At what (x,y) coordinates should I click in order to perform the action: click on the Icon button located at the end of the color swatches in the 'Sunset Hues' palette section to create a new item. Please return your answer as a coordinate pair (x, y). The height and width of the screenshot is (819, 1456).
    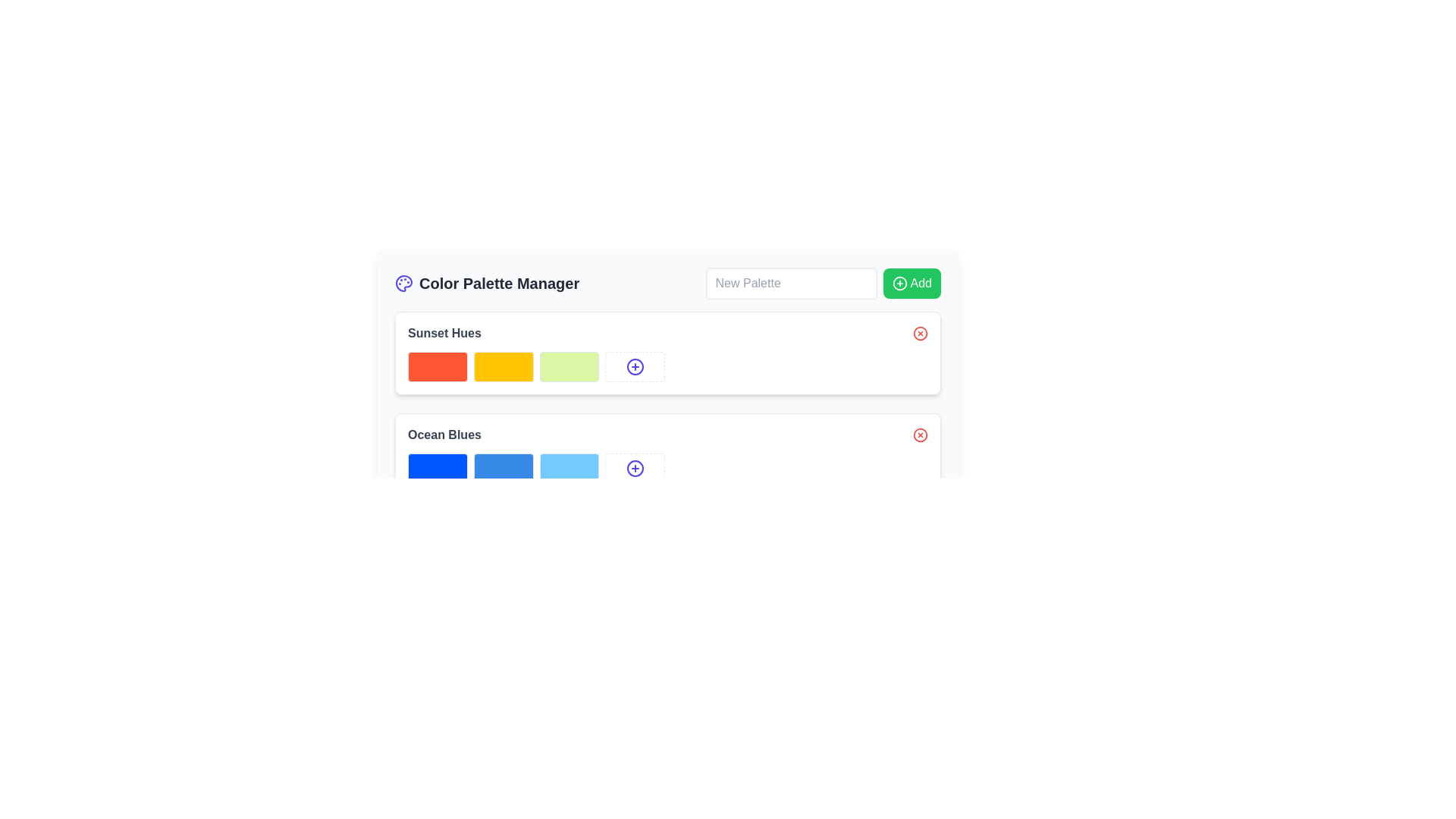
    Looking at the image, I should click on (635, 366).